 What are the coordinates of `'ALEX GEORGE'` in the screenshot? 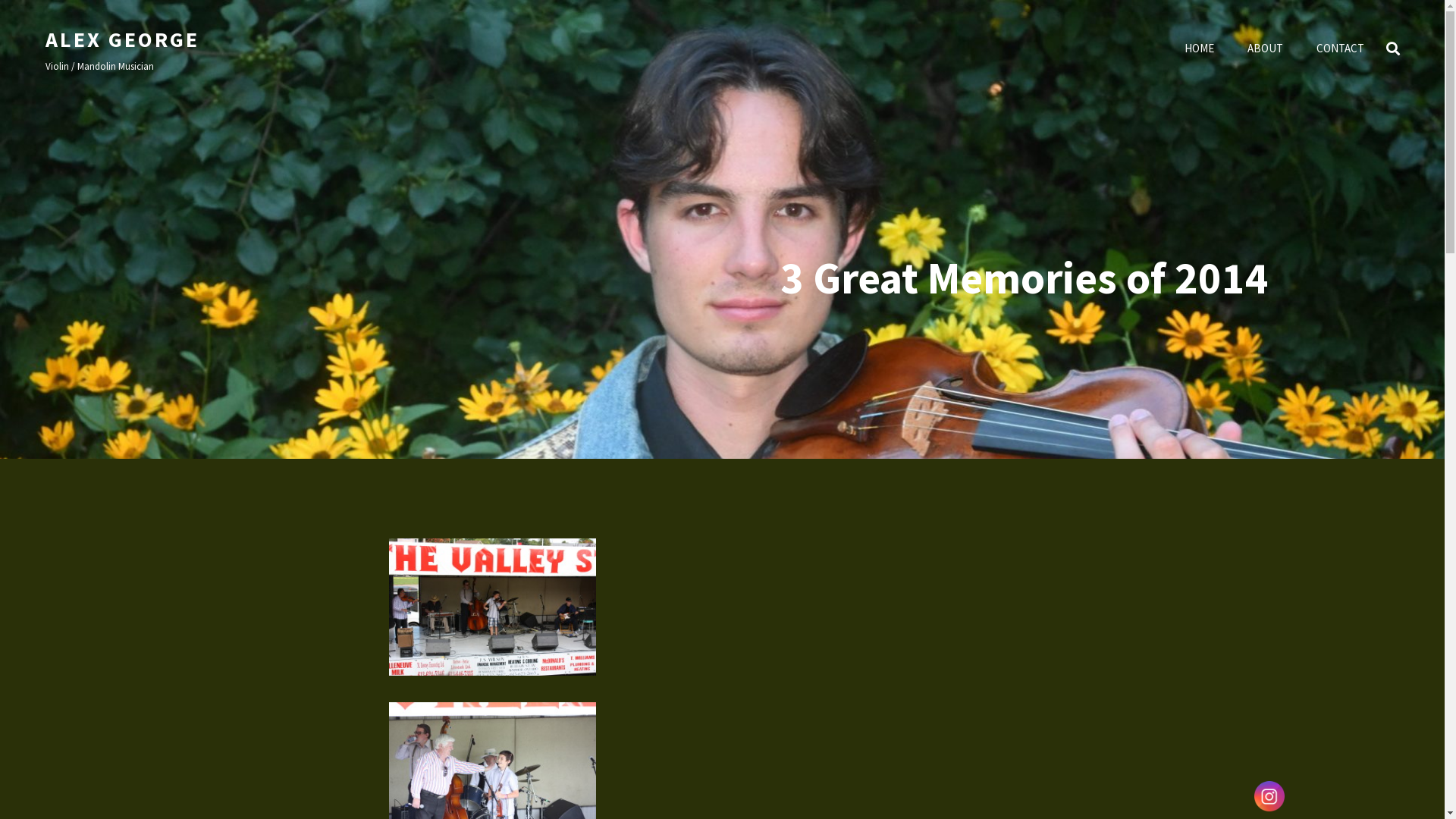 It's located at (122, 38).